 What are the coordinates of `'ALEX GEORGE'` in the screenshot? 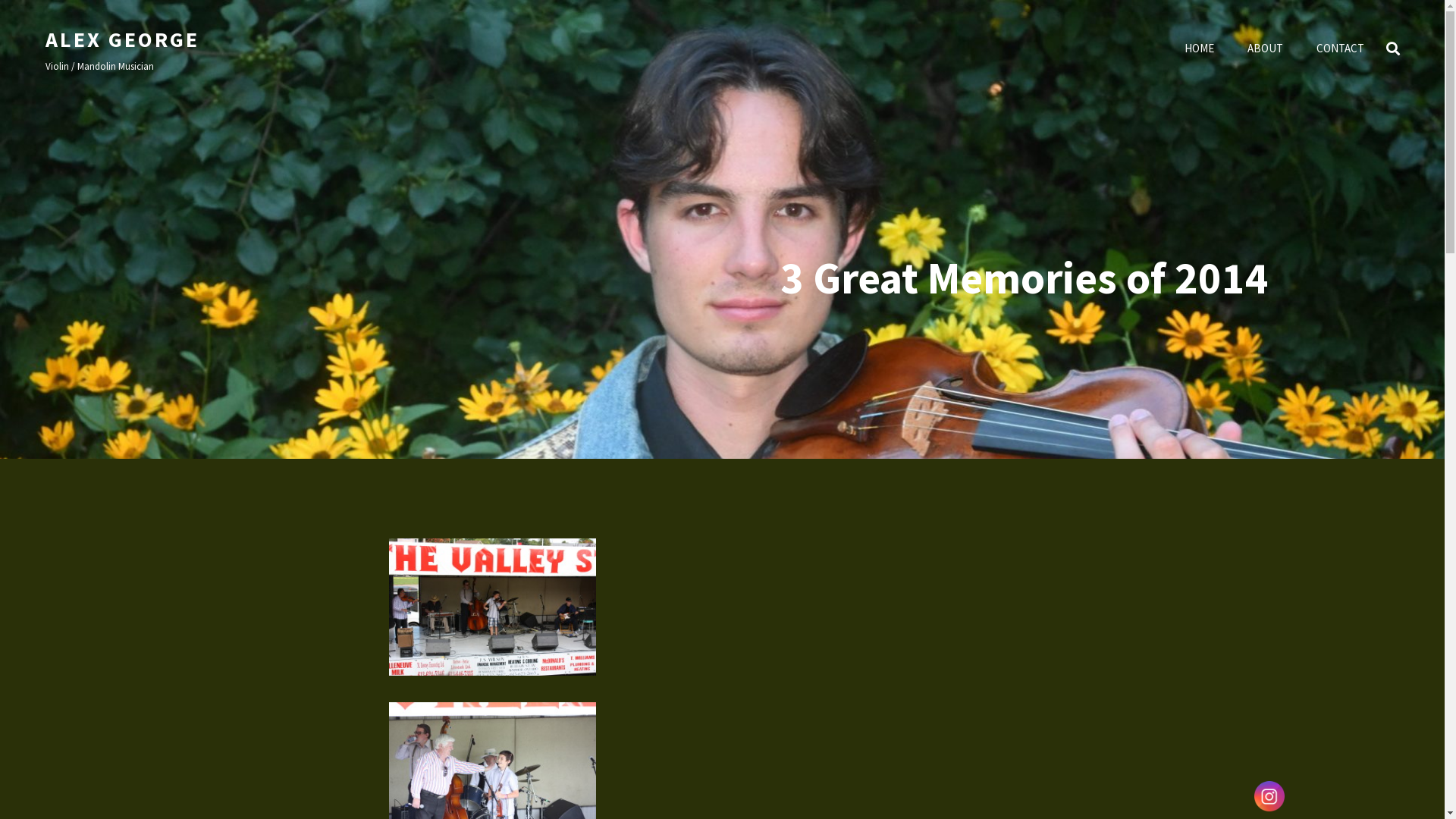 It's located at (122, 38).